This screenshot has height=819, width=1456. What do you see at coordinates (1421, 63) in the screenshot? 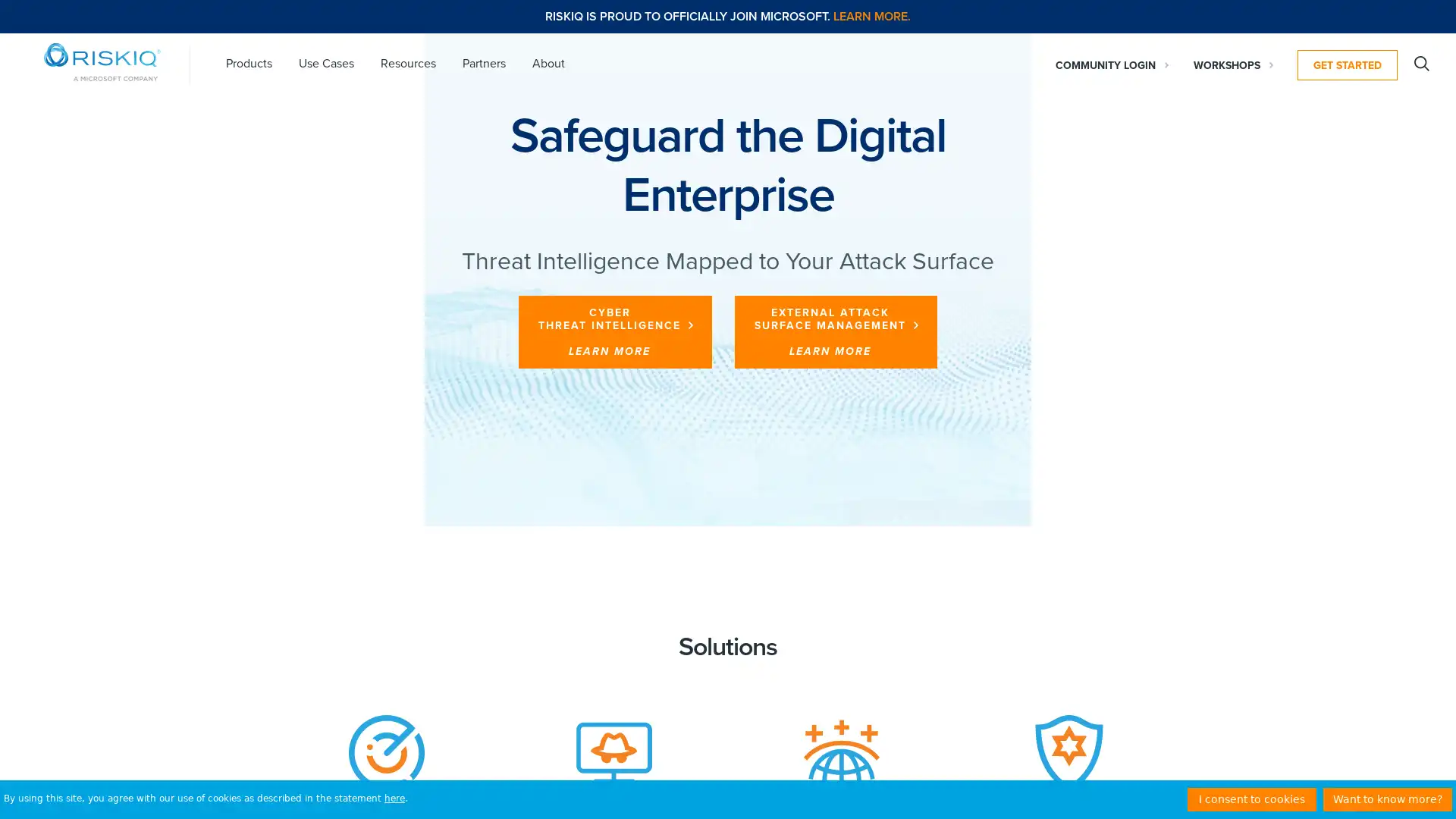
I see `Search` at bounding box center [1421, 63].